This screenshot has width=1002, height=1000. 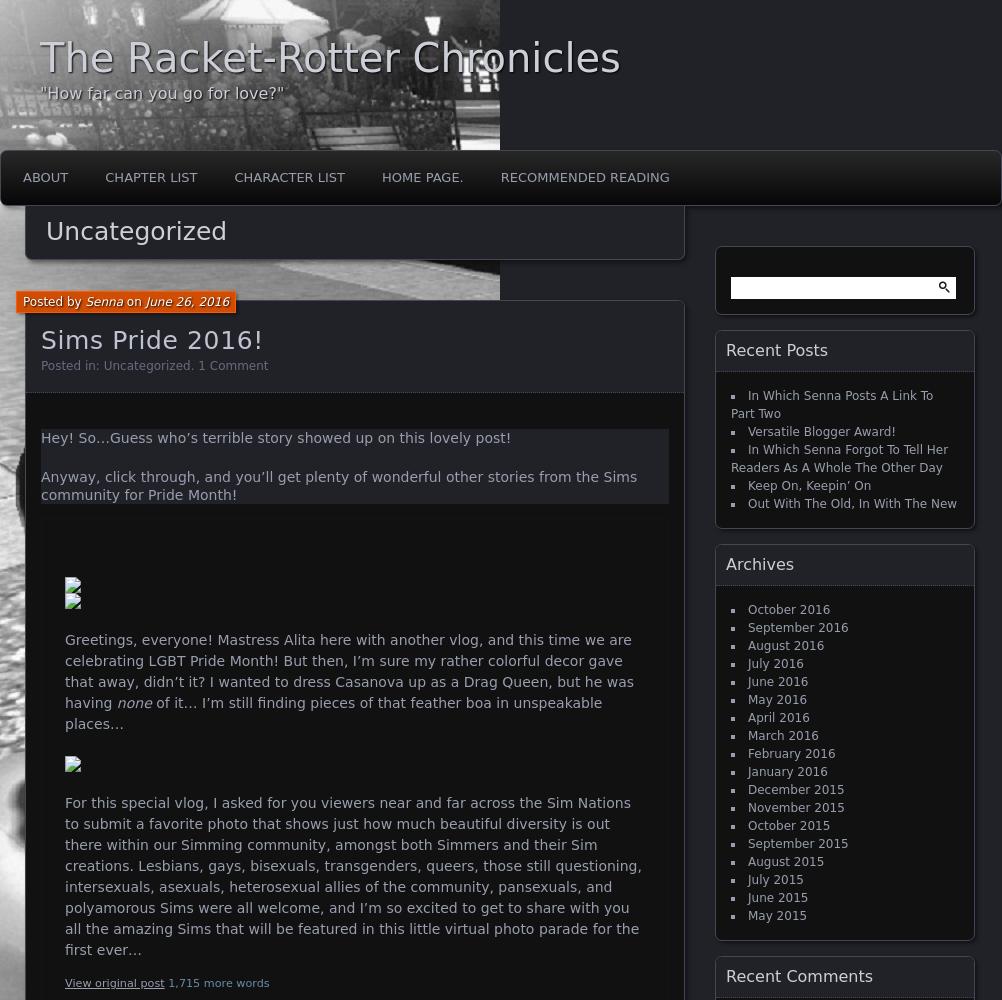 What do you see at coordinates (839, 458) in the screenshot?
I see `'In Which Senna Forgot To Tell Her Readers As A Whole The Other Day'` at bounding box center [839, 458].